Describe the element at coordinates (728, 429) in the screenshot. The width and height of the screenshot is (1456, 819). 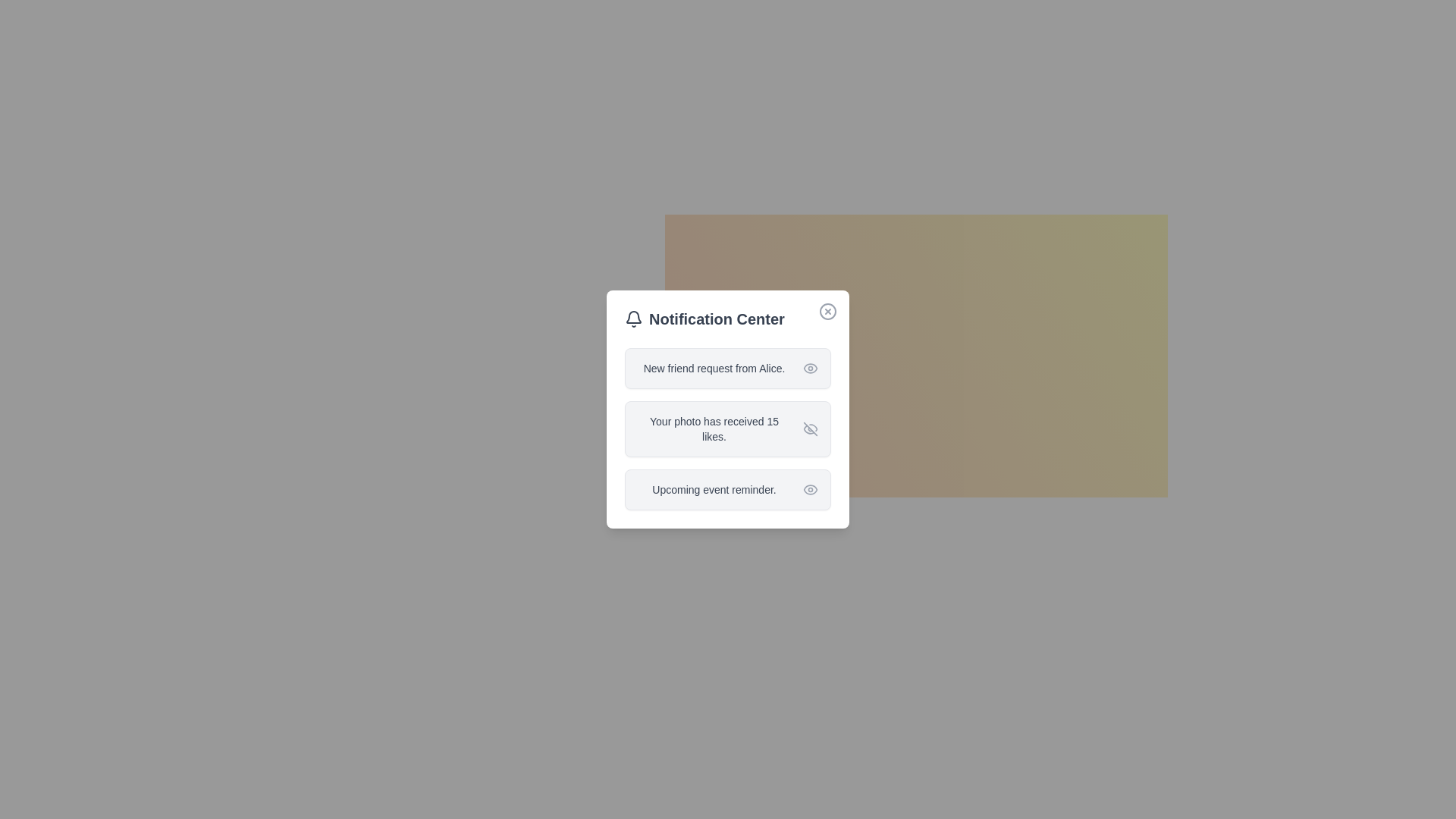
I see `the notification text in the second notification card that reads 'Your photo has received 15 likes.'` at that location.